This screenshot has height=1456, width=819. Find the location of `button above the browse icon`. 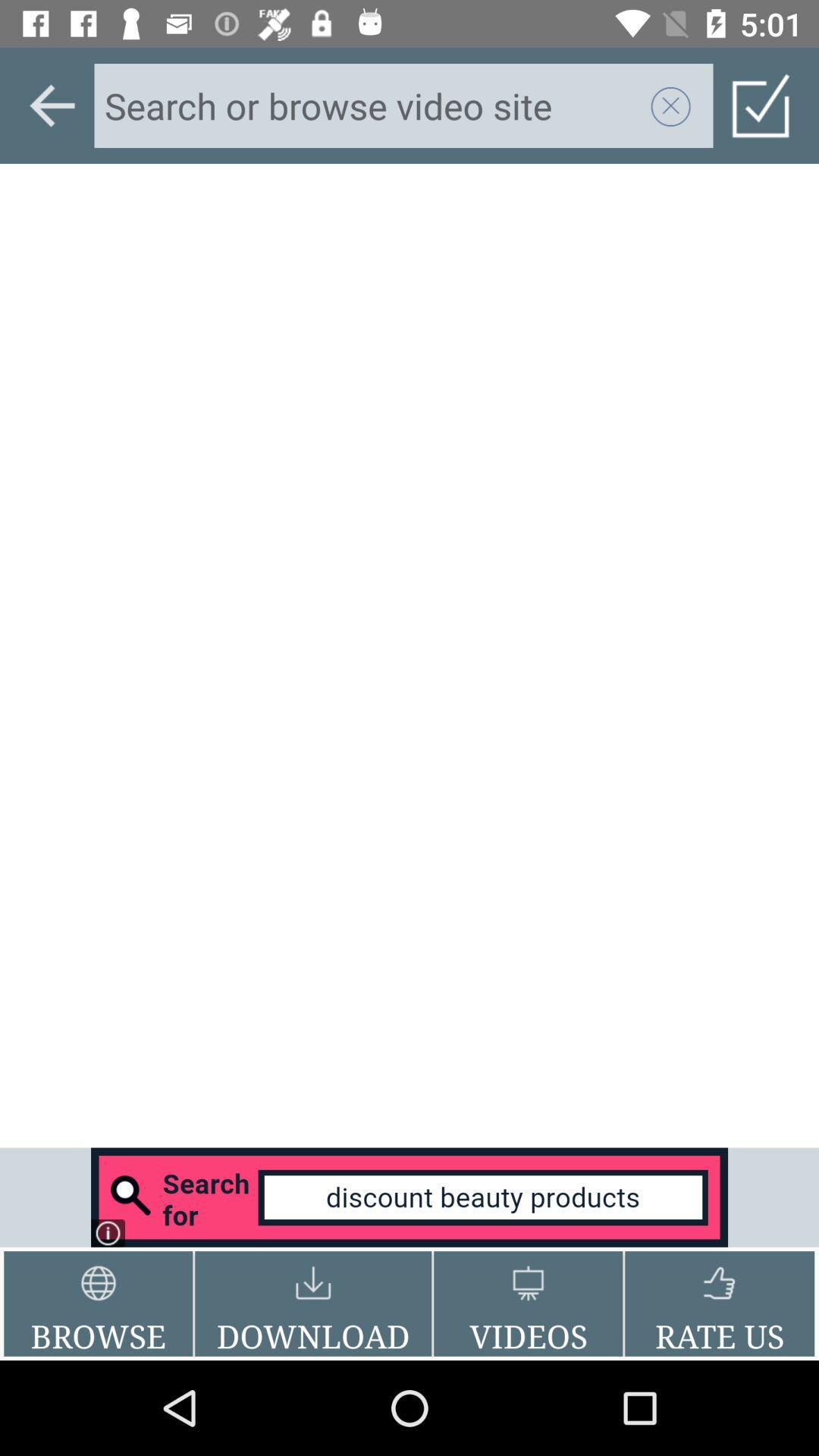

button above the browse icon is located at coordinates (409, 1197).